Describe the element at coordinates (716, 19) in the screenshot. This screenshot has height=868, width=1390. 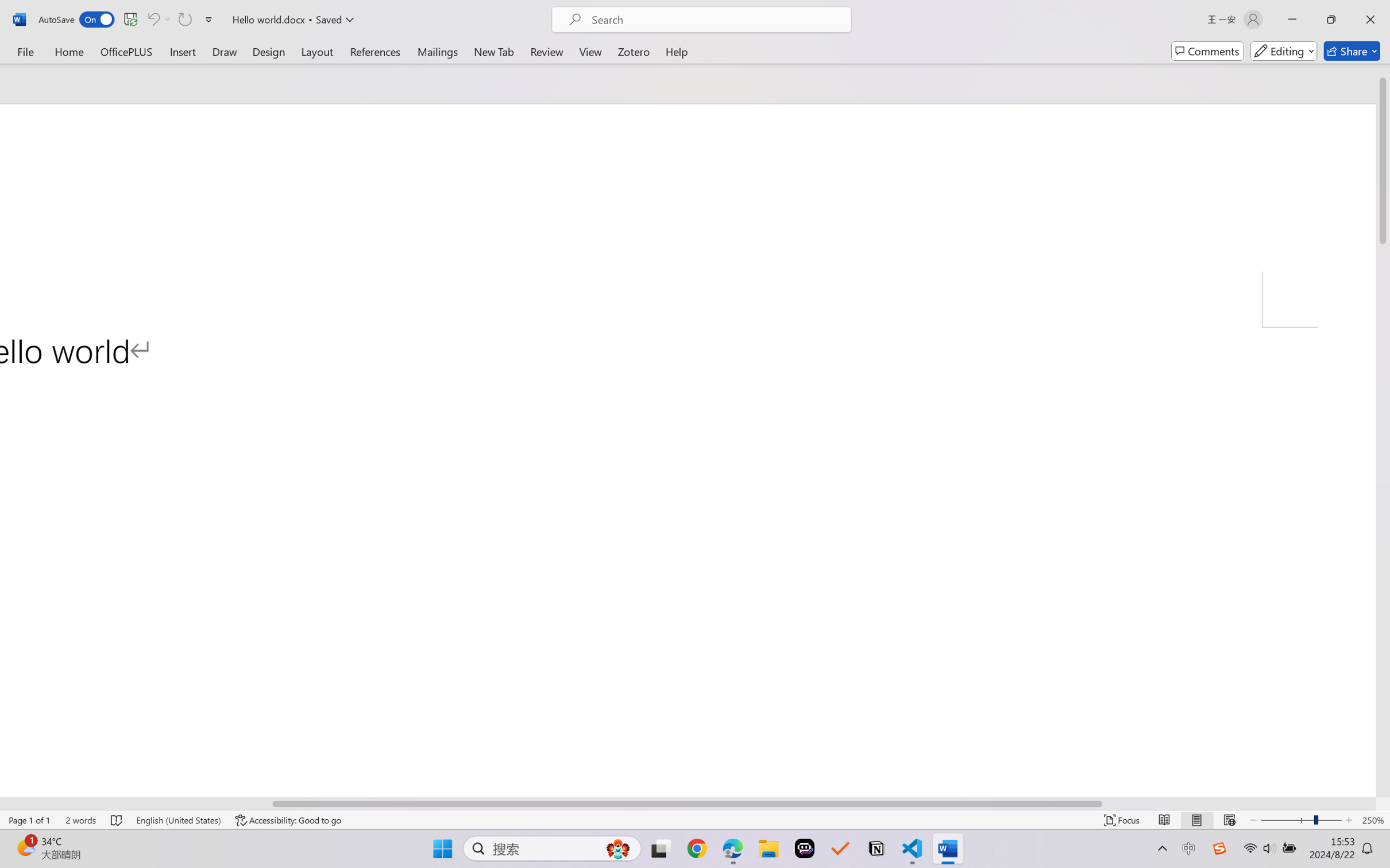
I see `'Microsoft search'` at that location.